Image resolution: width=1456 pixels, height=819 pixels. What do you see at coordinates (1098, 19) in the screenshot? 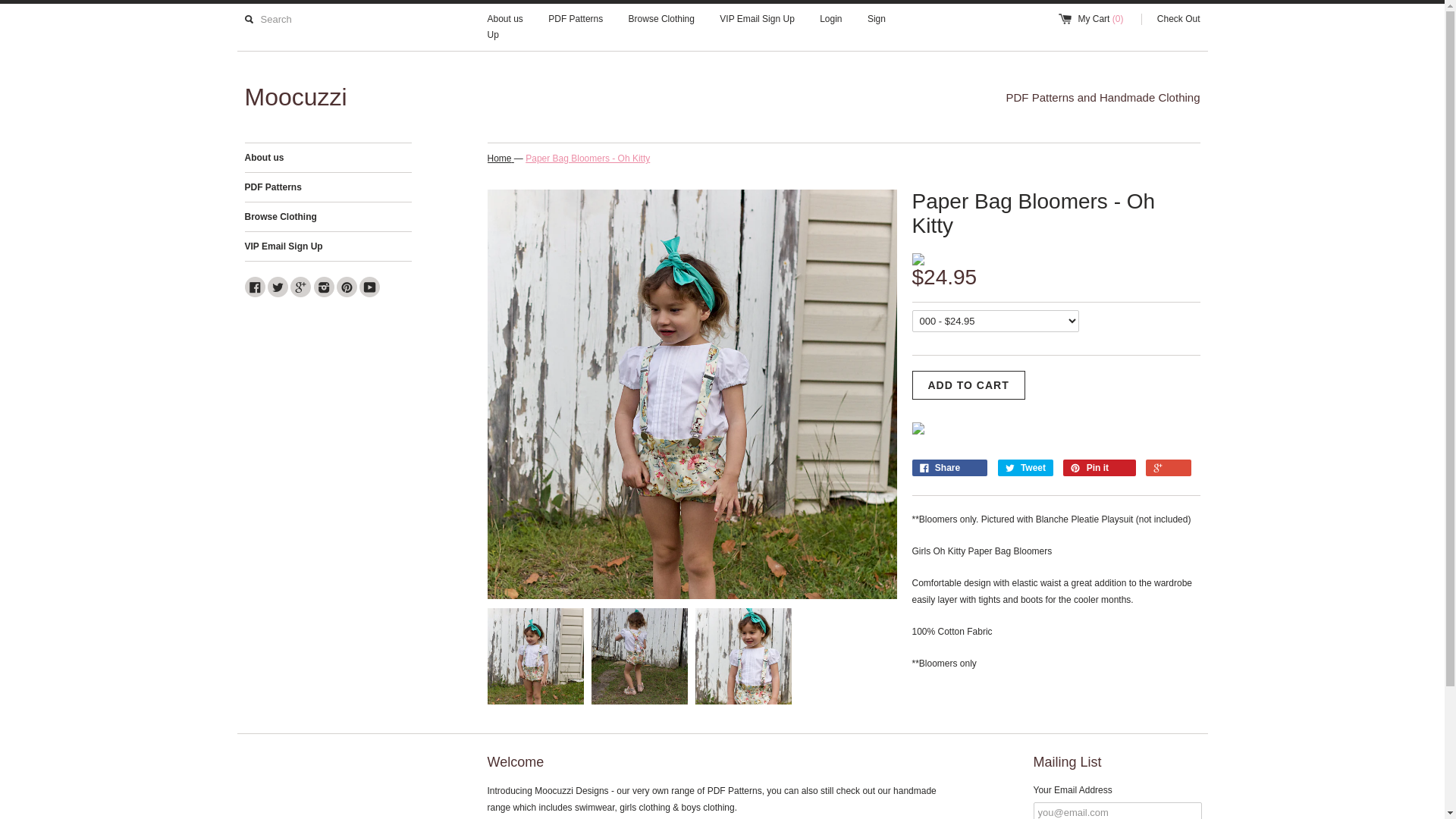
I see `'My Cart (0)'` at bounding box center [1098, 19].